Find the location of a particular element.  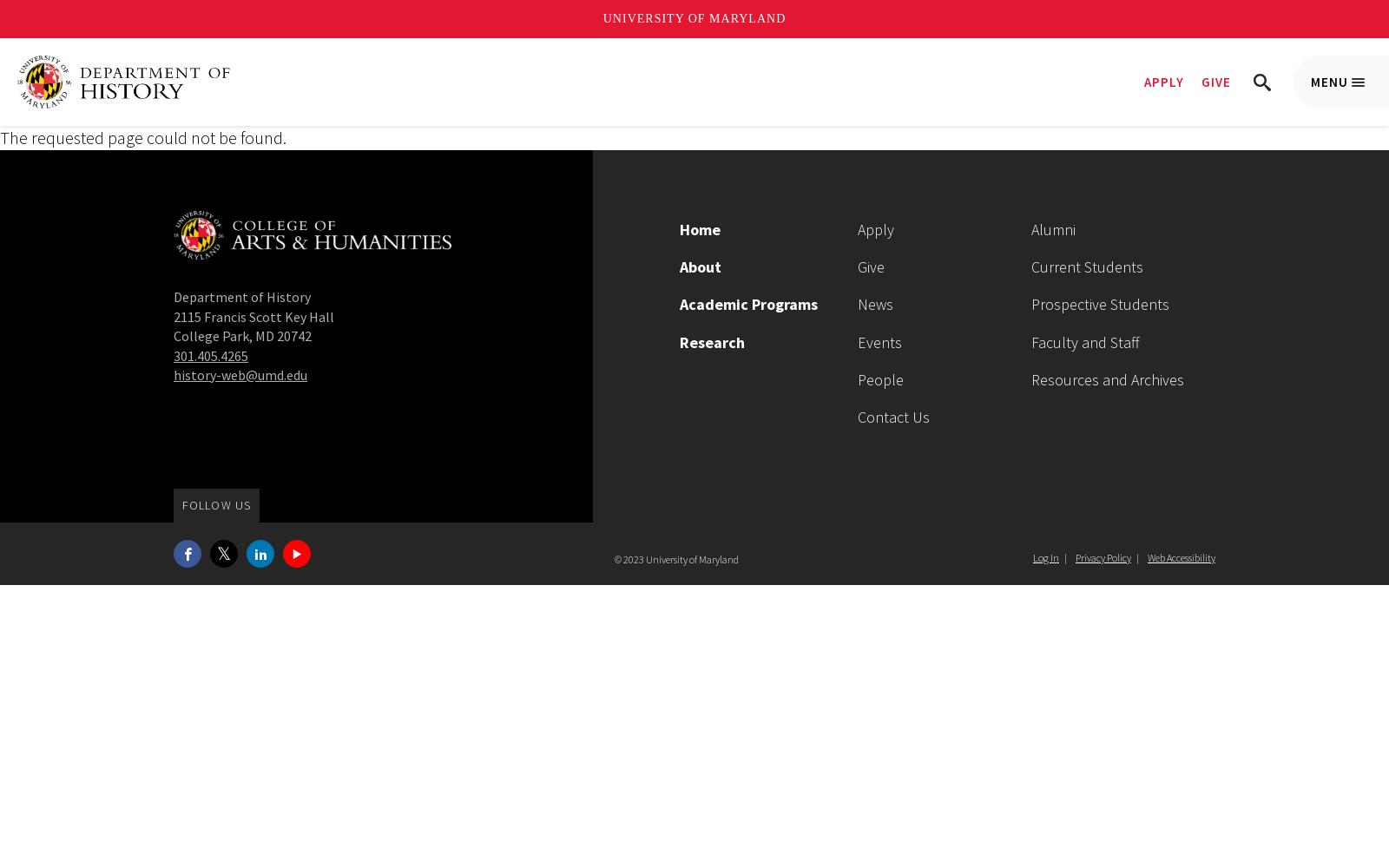

'Events' is located at coordinates (879, 341).